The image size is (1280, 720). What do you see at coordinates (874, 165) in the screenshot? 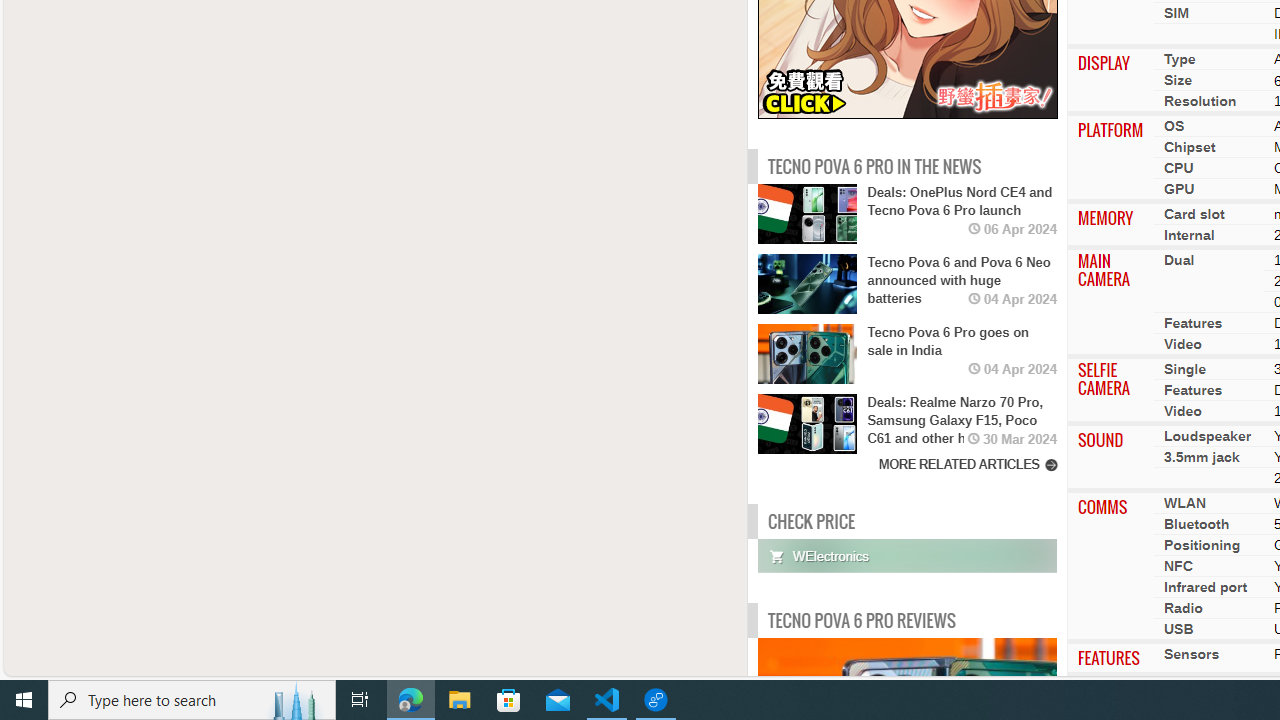
I see `'TECNO POVA 6 PRO IN THE NEWS'` at bounding box center [874, 165].